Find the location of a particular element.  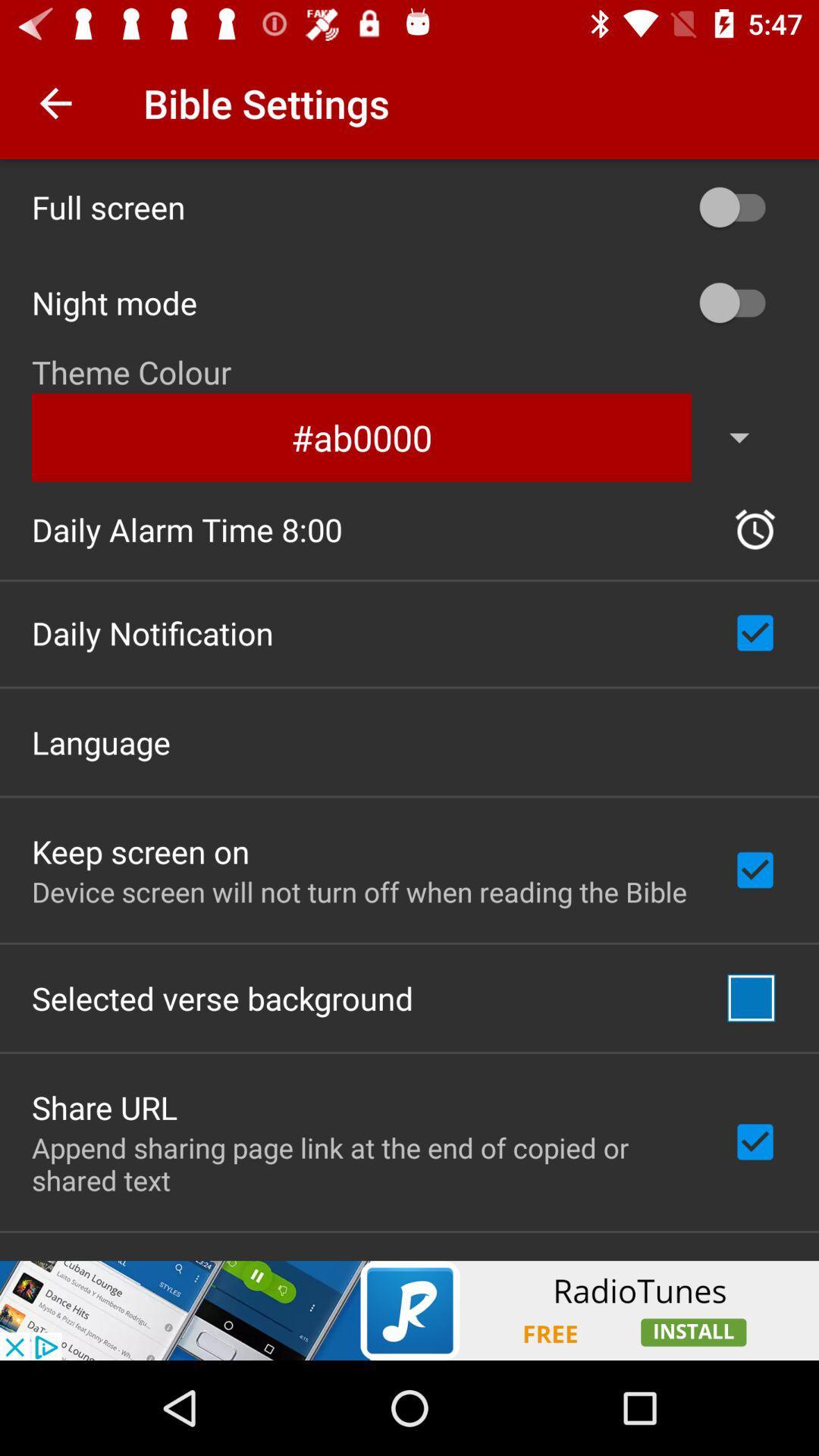

alarm settings is located at coordinates (755, 529).